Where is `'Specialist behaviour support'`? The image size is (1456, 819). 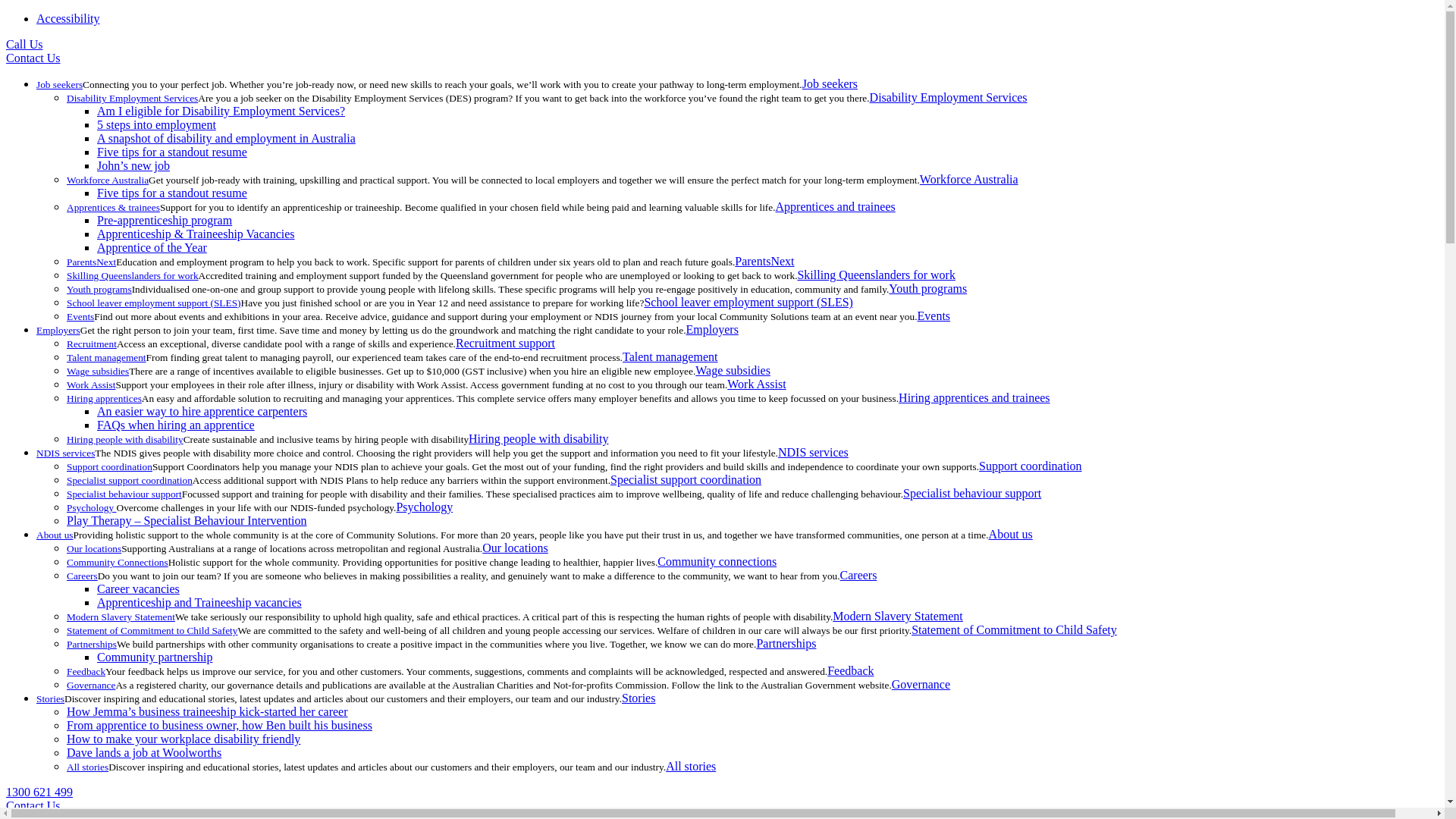
'Specialist behaviour support' is located at coordinates (971, 493).